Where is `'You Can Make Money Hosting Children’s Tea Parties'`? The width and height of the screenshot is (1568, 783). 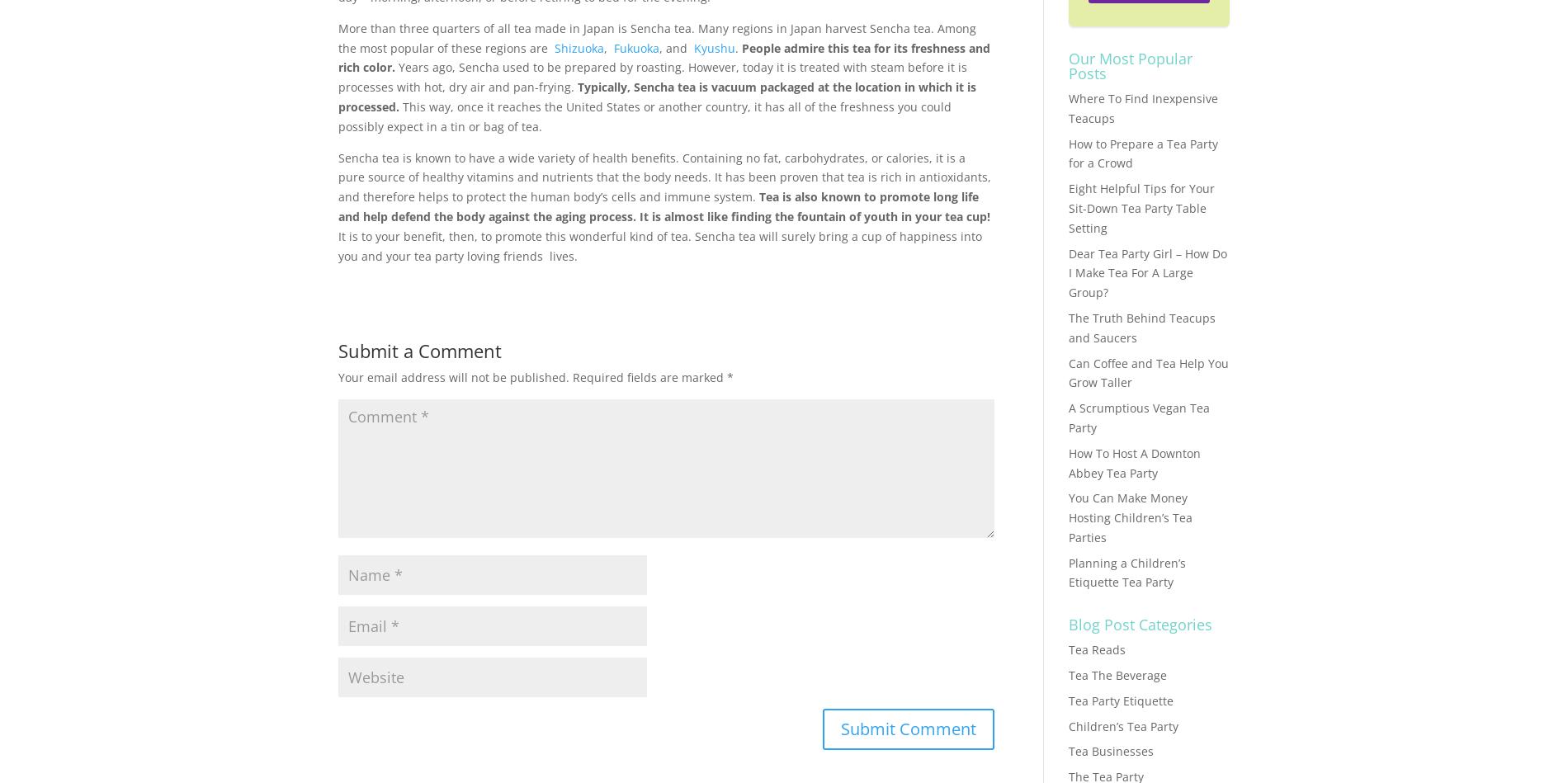 'You Can Make Money Hosting Children’s Tea Parties' is located at coordinates (1128, 516).